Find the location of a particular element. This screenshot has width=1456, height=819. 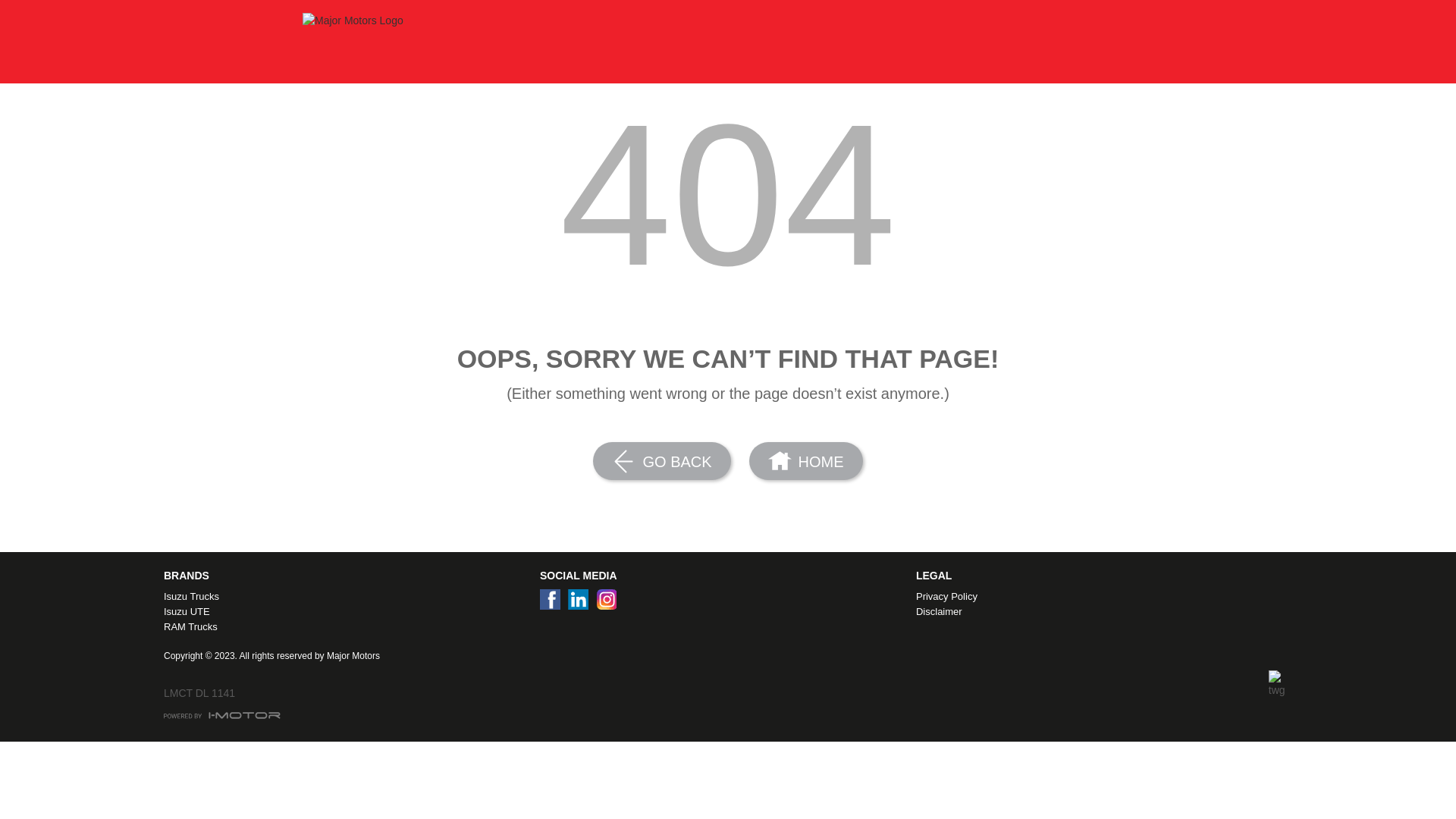

'Privacy Policy' is located at coordinates (915, 595).